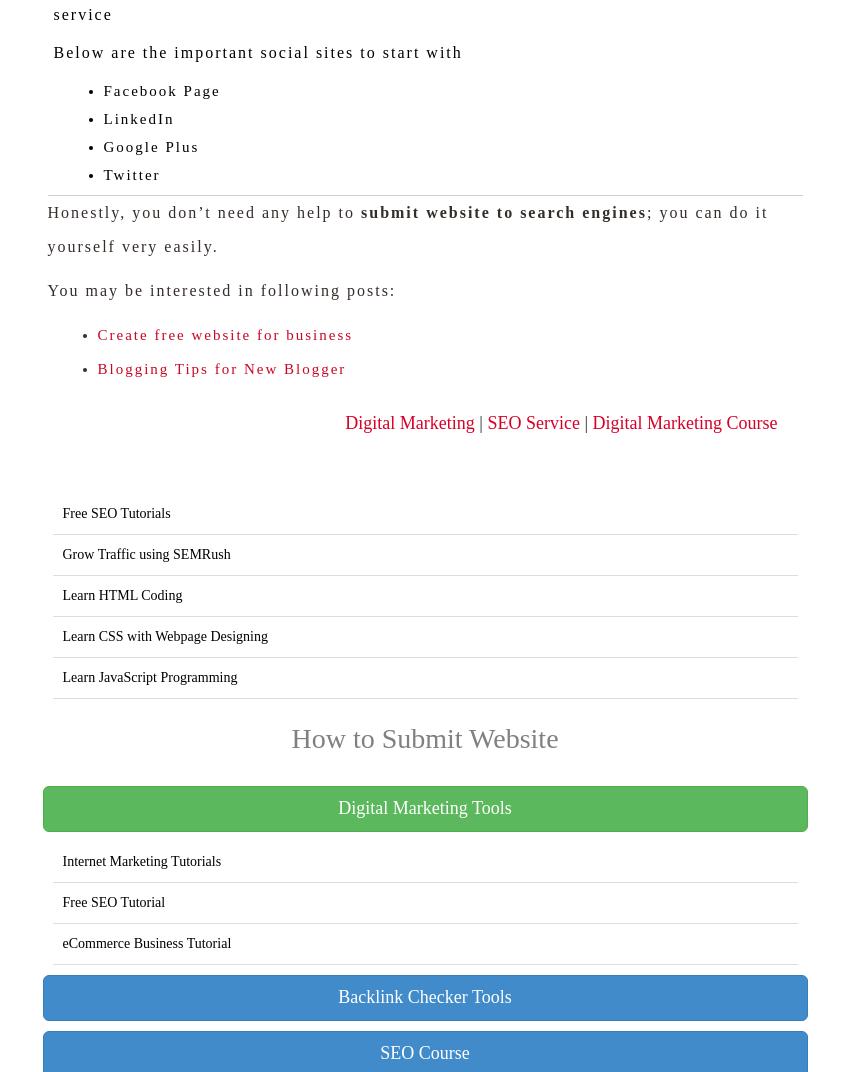 The height and width of the screenshot is (1072, 850). What do you see at coordinates (149, 676) in the screenshot?
I see `'Learn JavaScript Programming'` at bounding box center [149, 676].